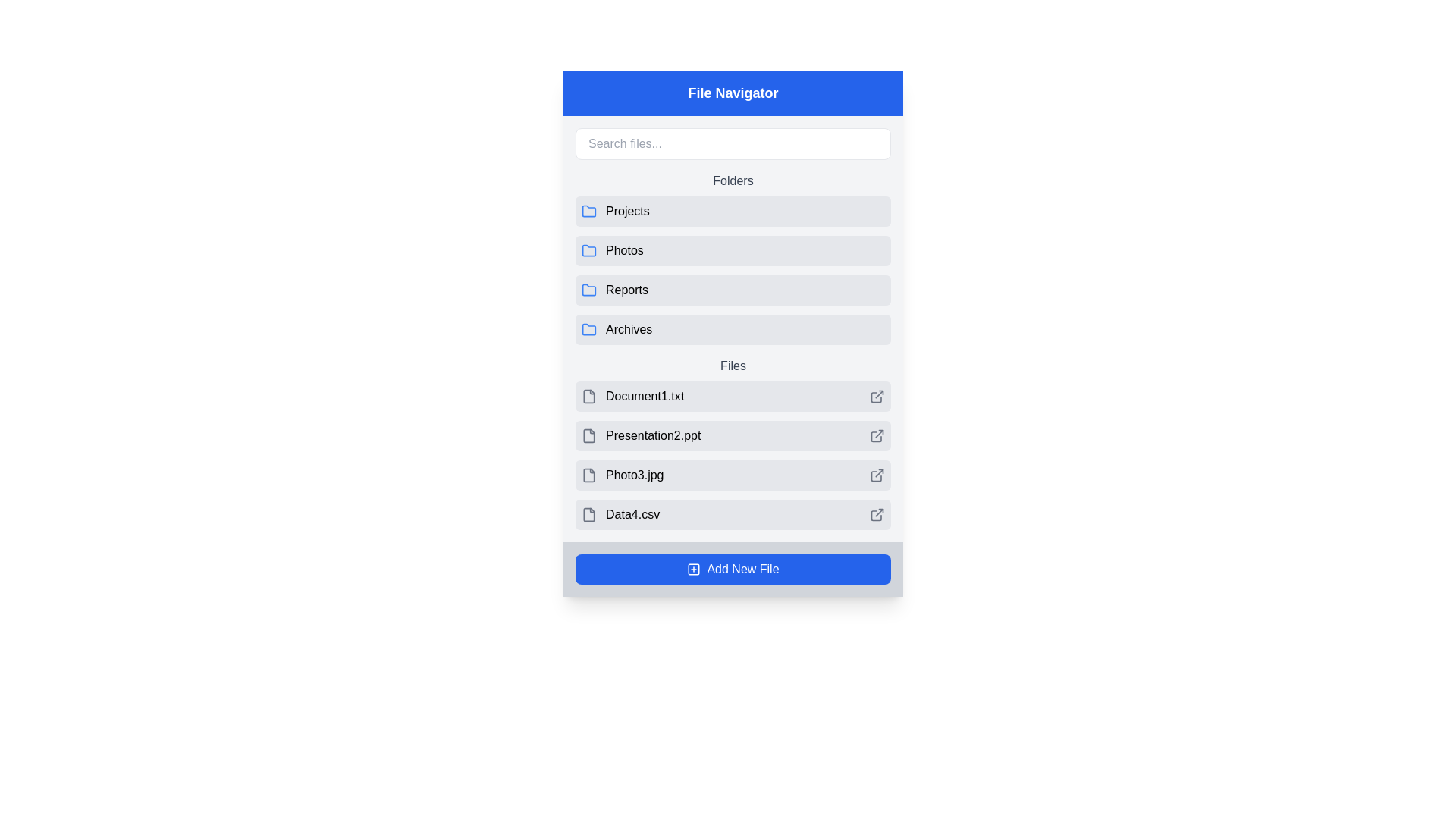 The image size is (1456, 819). What do you see at coordinates (623, 475) in the screenshot?
I see `the icon of the file representation labeled 'Photo3.jpg' in the 'Files' section` at bounding box center [623, 475].